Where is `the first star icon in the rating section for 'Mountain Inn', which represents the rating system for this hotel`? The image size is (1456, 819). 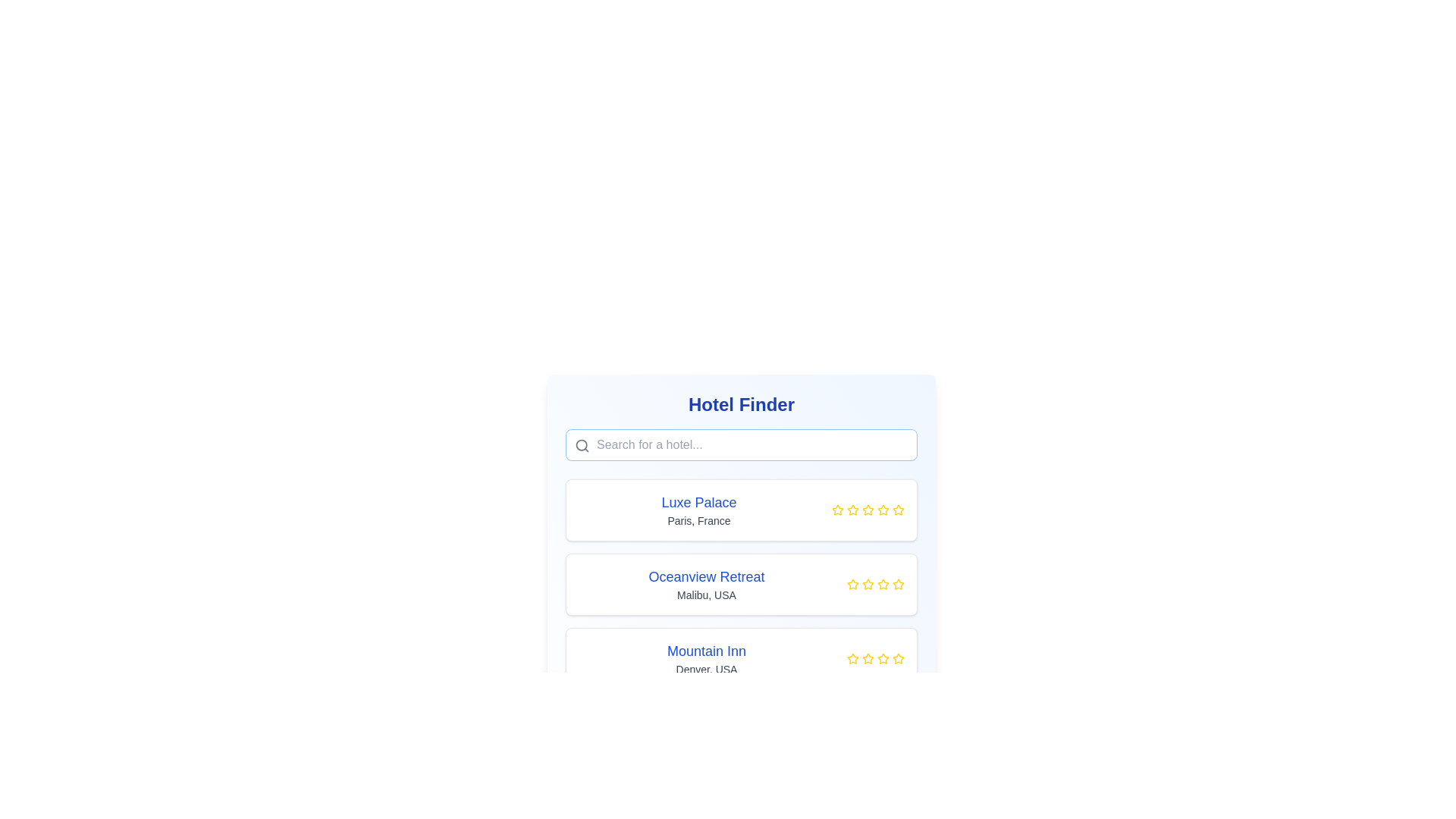 the first star icon in the rating section for 'Mountain Inn', which represents the rating system for this hotel is located at coordinates (852, 657).